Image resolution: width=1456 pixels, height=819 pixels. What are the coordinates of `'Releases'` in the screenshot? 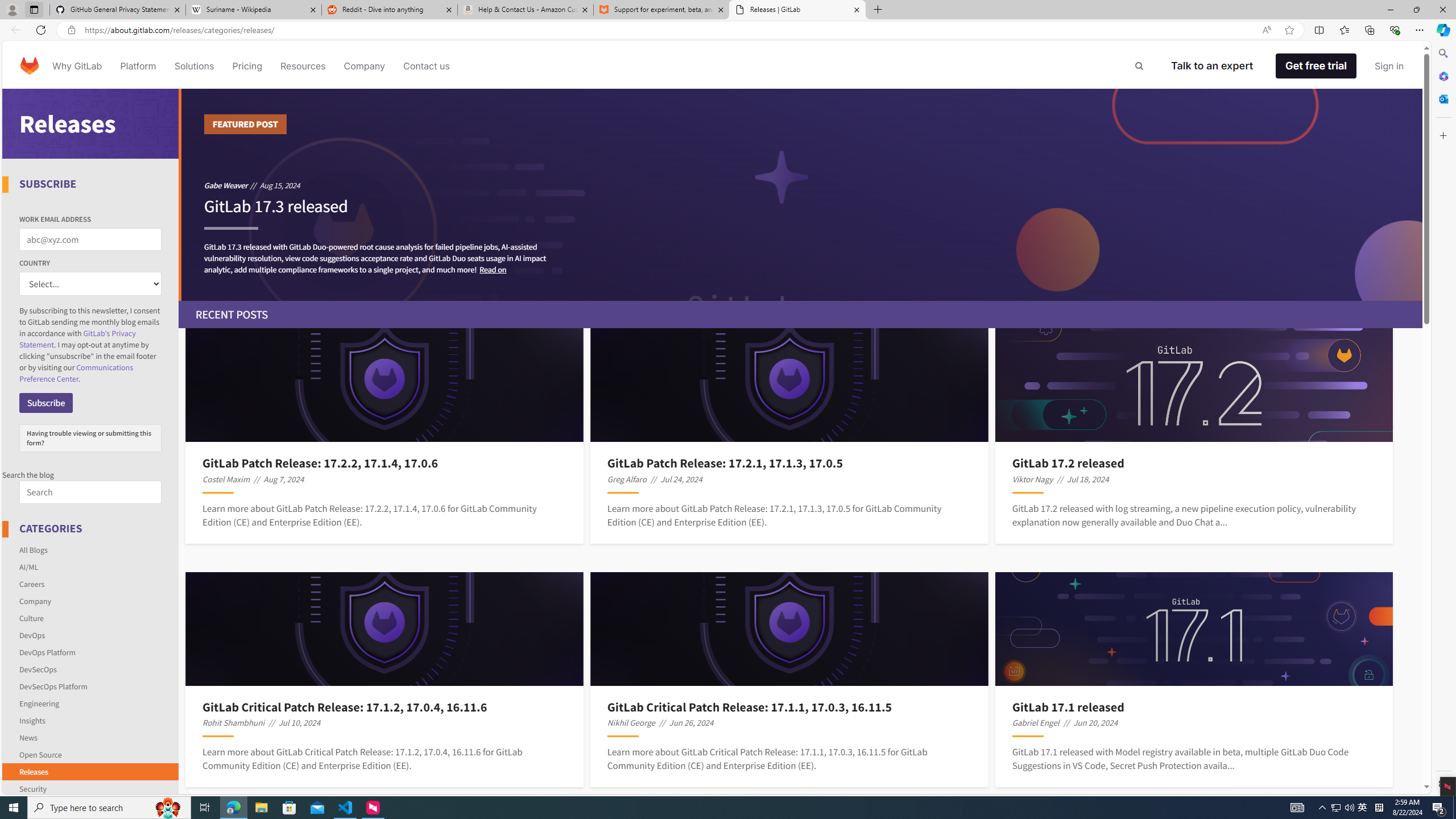 It's located at (90, 771).